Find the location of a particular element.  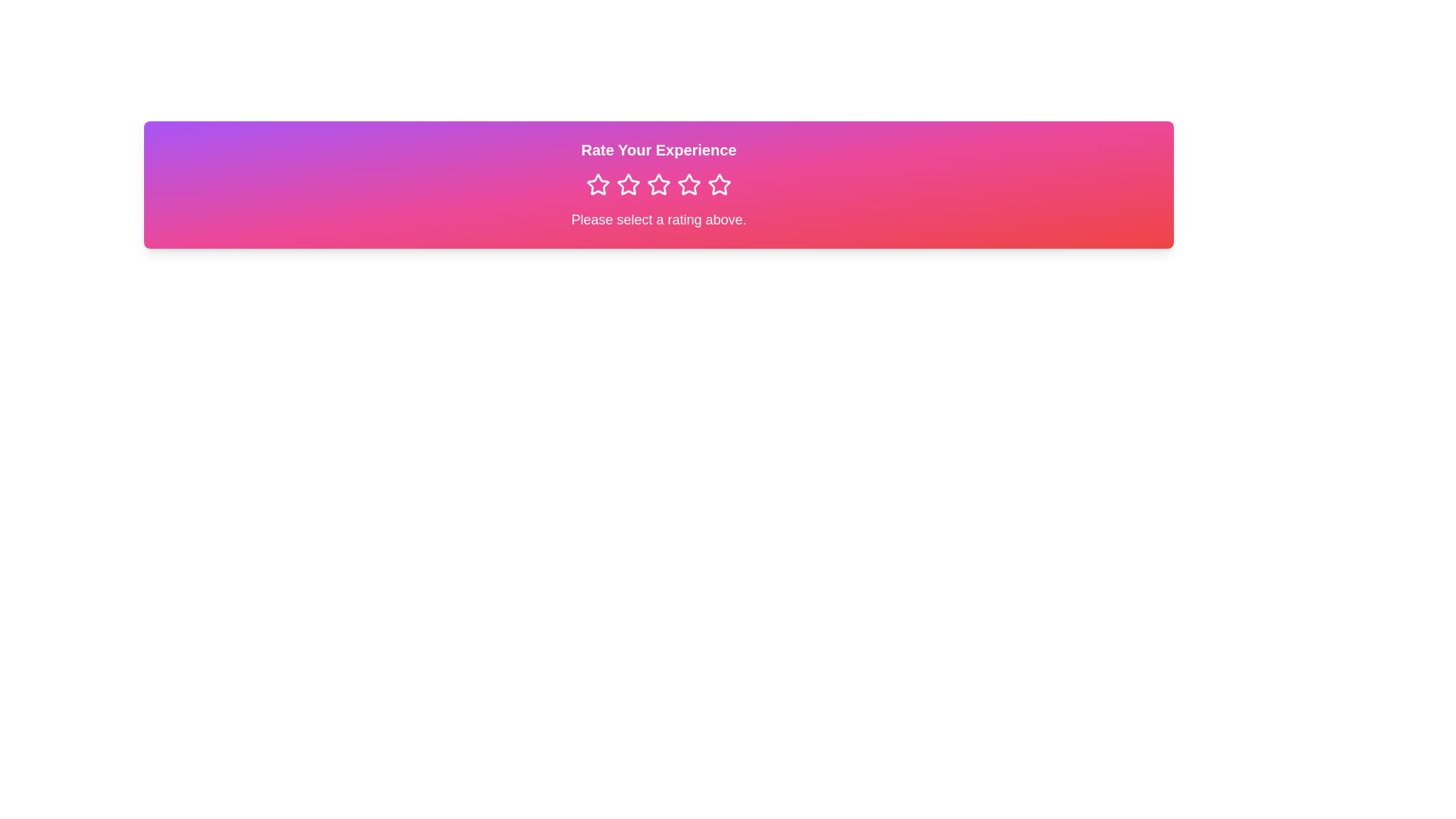

each star icon in the Rating Component, which is a horizontal arrangement of five stars used for rating, located centrally in the layout under the title 'Rate Your Experience' is located at coordinates (658, 184).